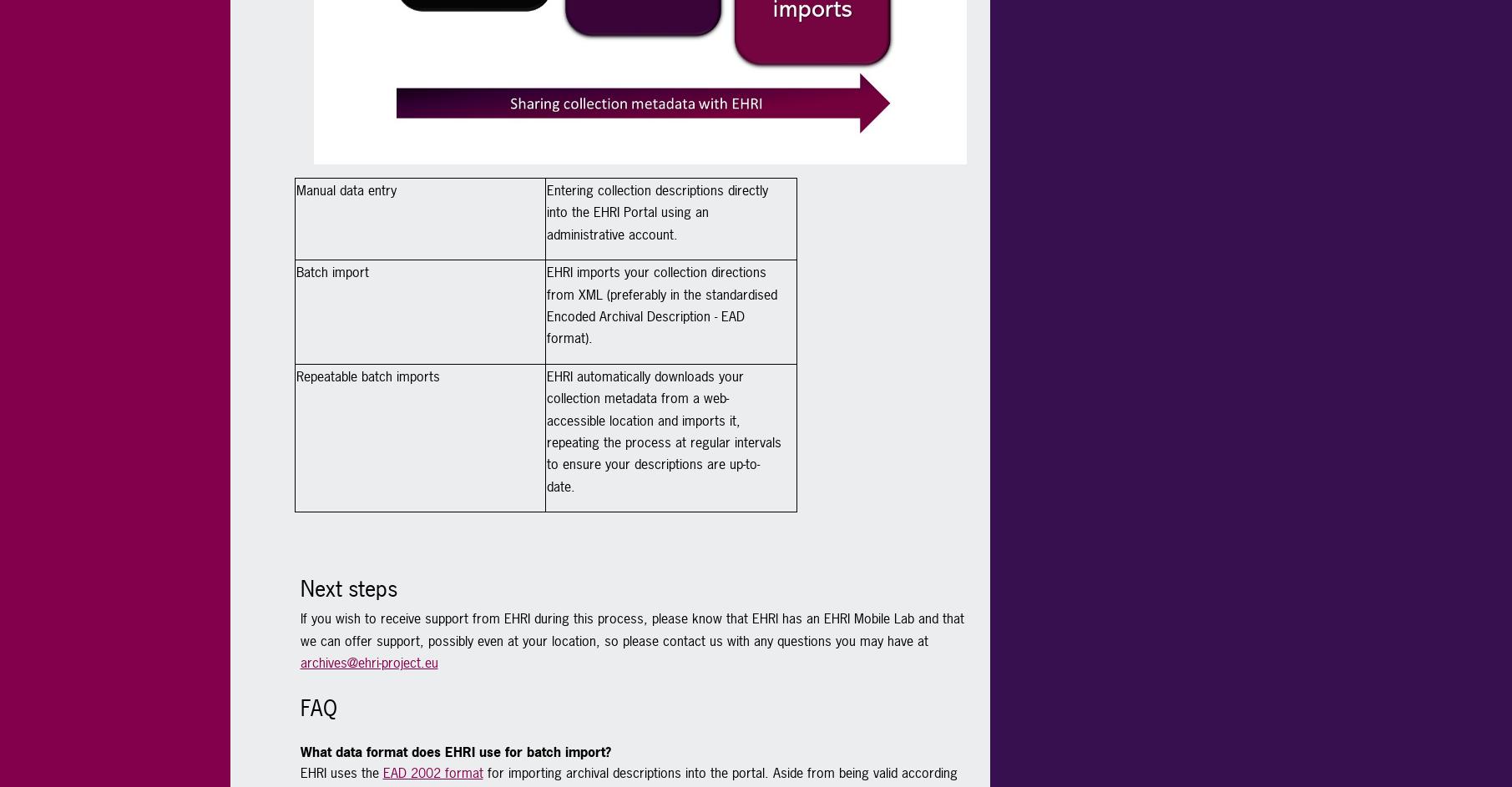  What do you see at coordinates (662, 430) in the screenshot?
I see `'EHRI automatically downloads your collection metadata from a web-accessible location and imports it, repeating the process at regular intervals to ensure your descriptions are up-to-date.'` at bounding box center [662, 430].